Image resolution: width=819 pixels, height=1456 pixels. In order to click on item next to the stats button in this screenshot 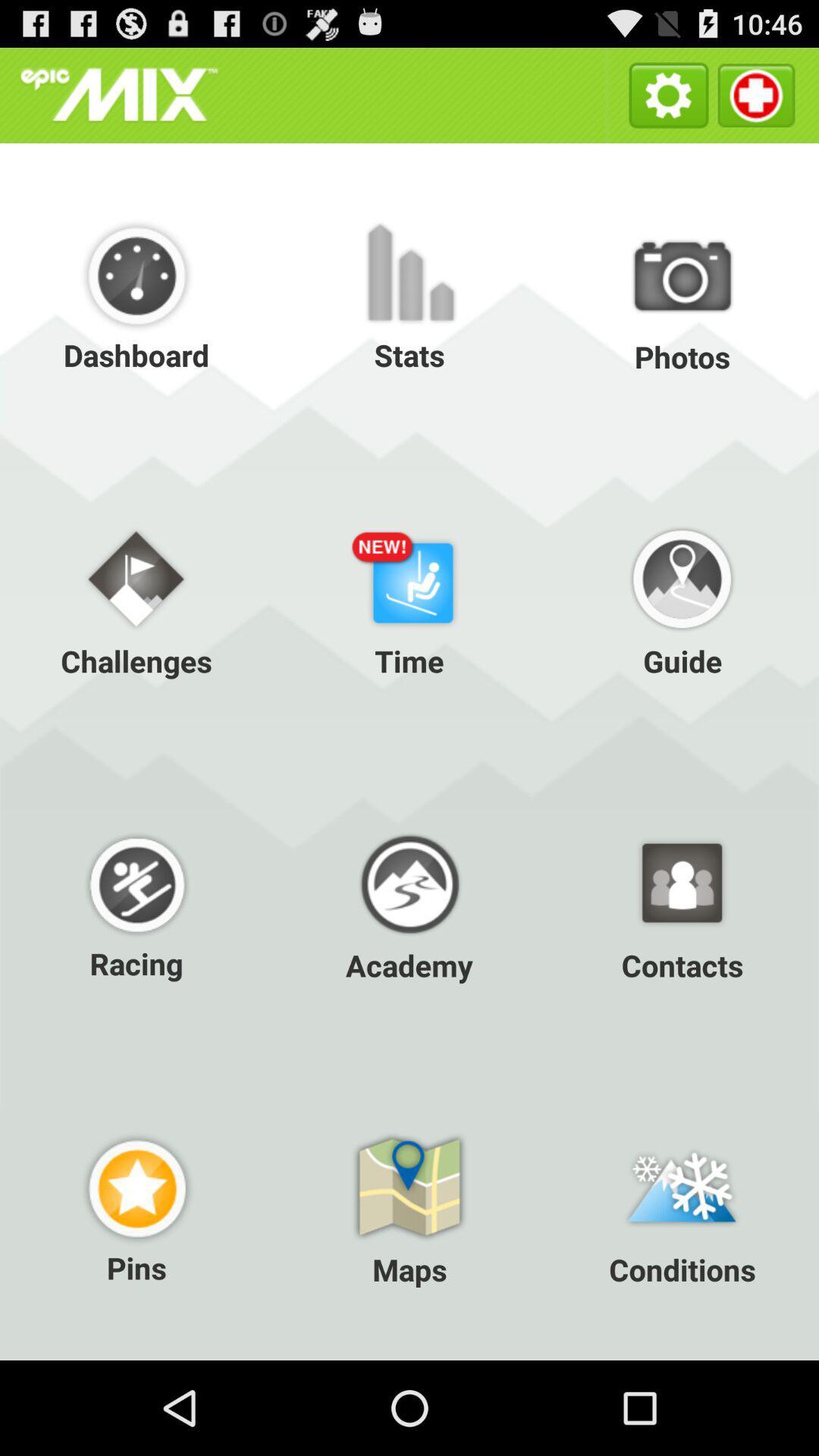, I will do `click(681, 295)`.